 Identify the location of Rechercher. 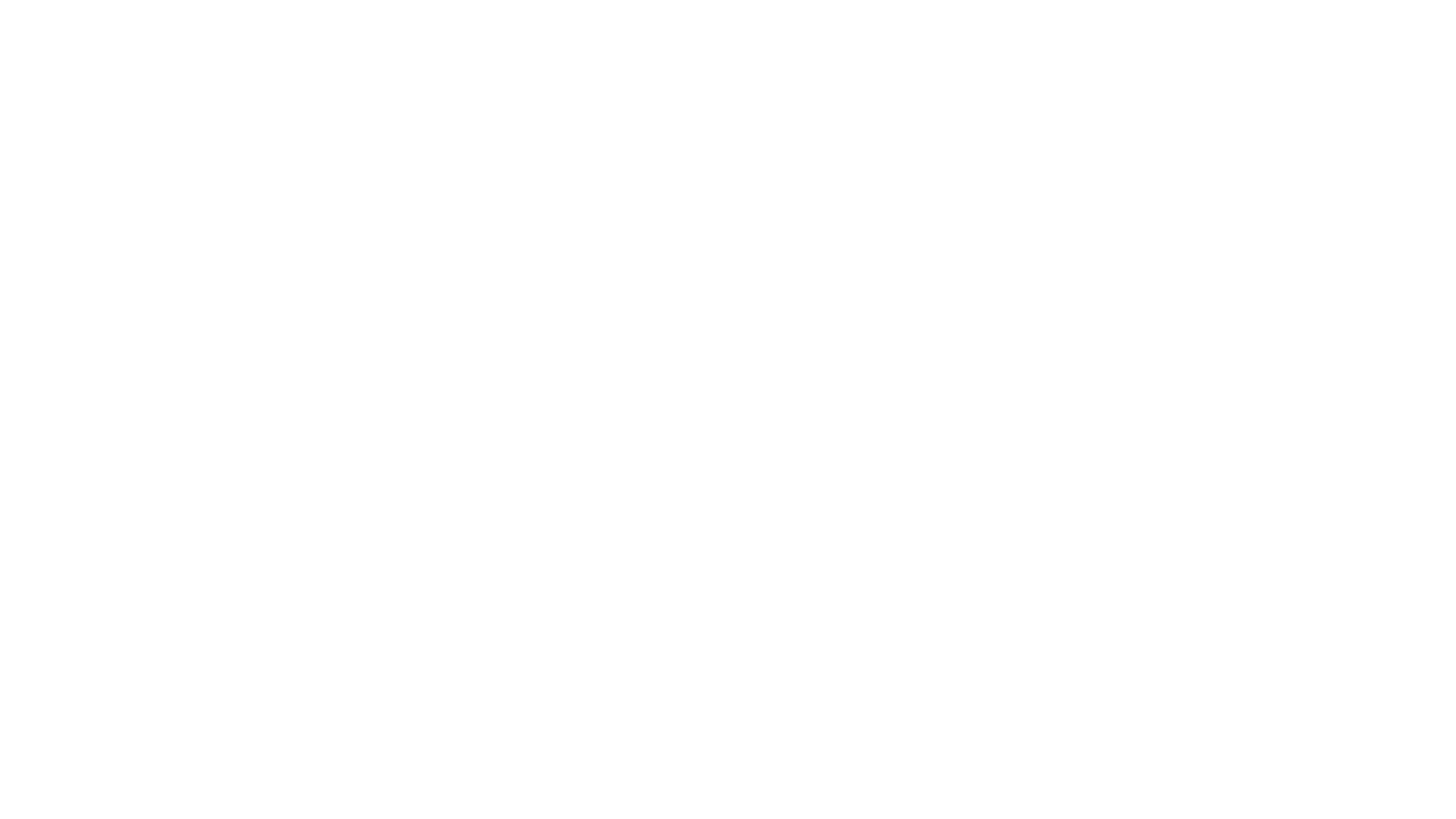
(1064, 129).